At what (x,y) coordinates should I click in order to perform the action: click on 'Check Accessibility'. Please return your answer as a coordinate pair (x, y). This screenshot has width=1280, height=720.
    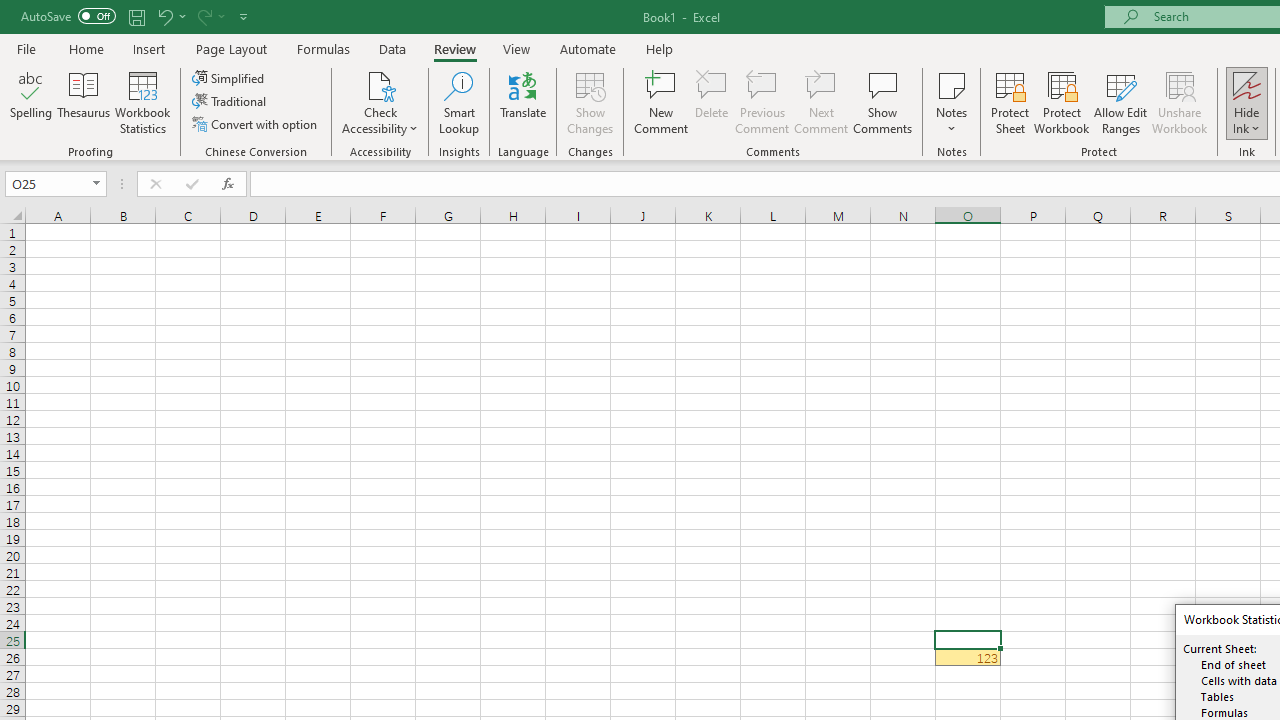
    Looking at the image, I should click on (380, 84).